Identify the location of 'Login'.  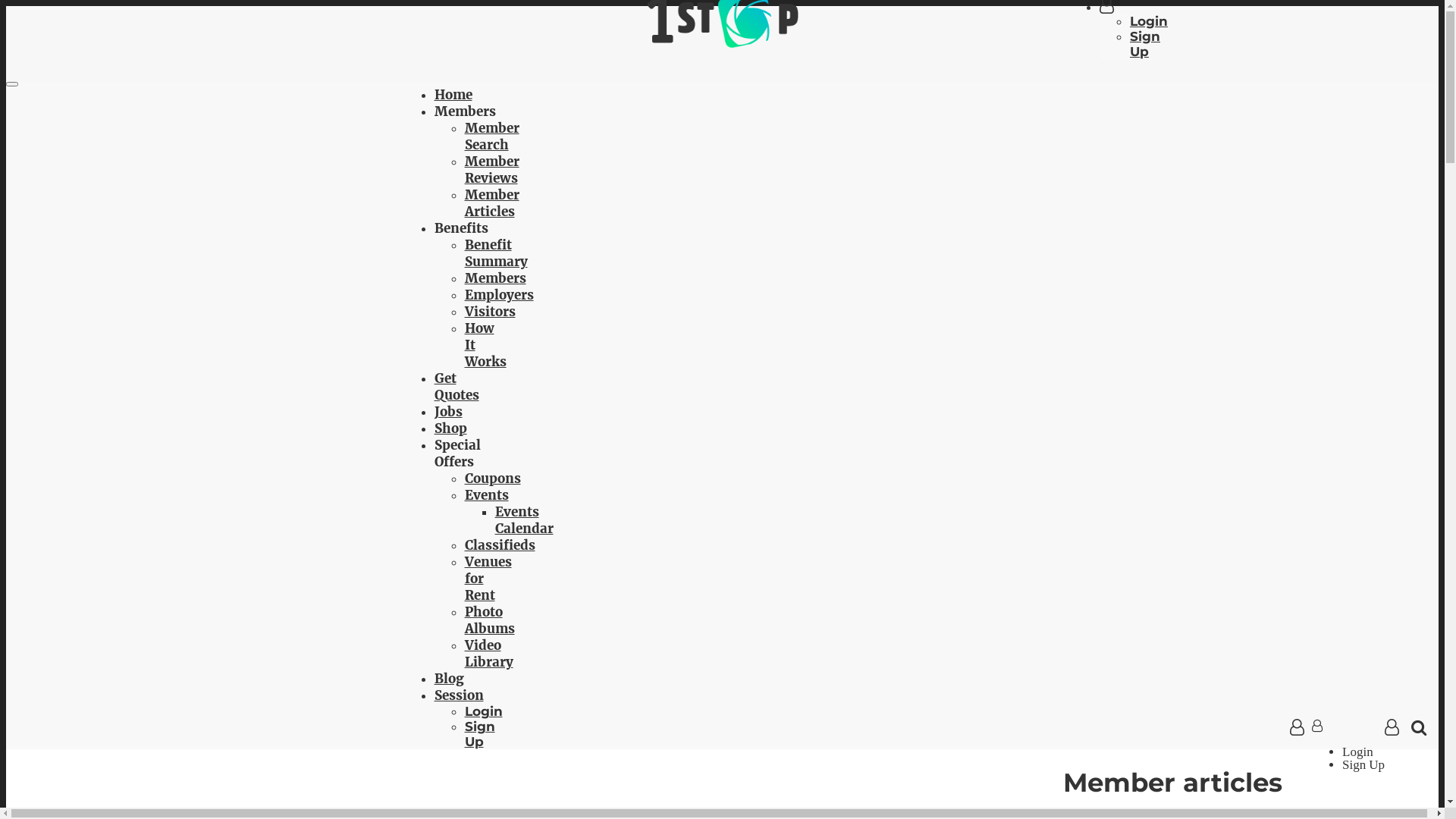
(482, 711).